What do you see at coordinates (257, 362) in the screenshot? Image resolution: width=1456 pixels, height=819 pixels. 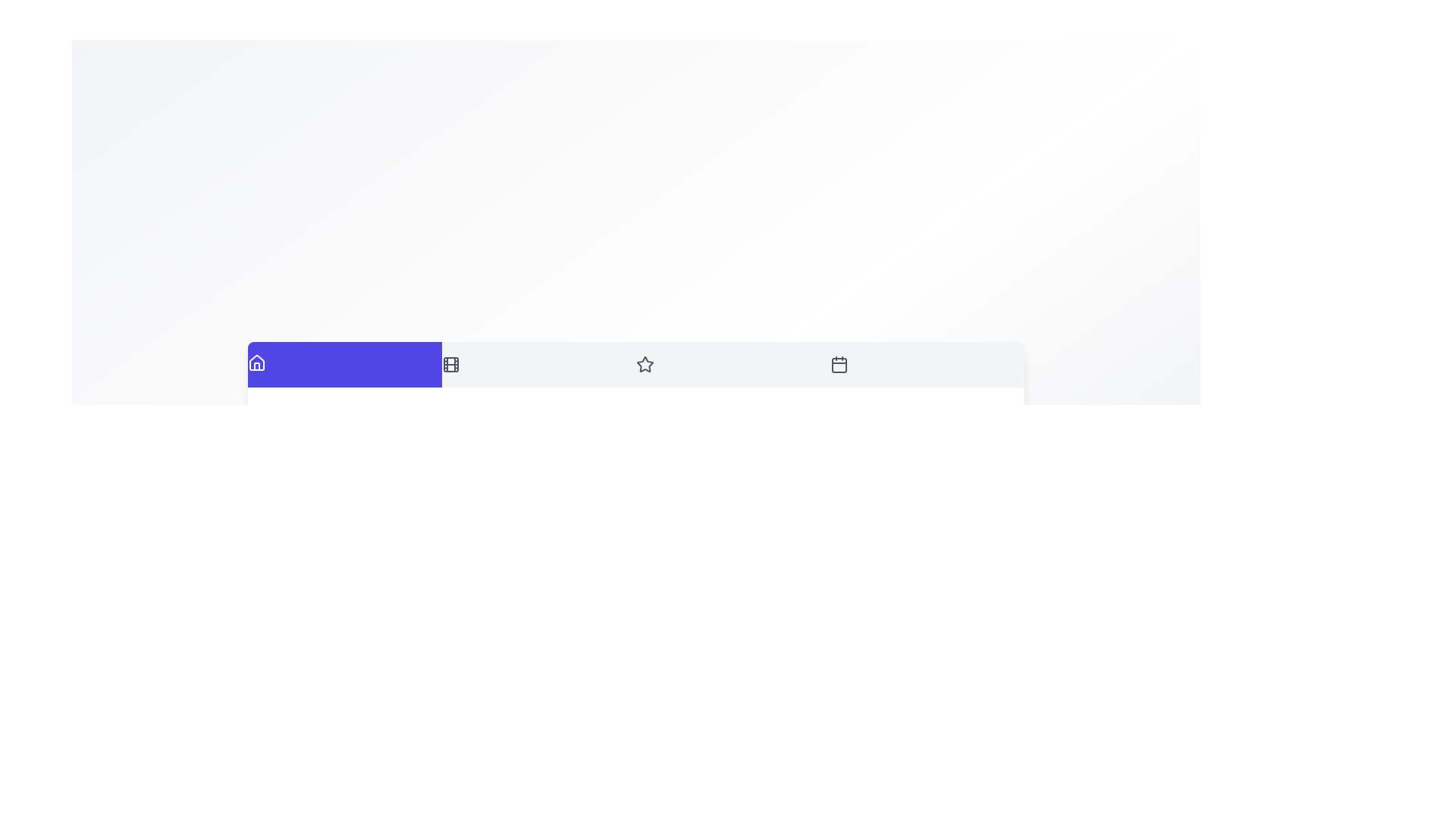 I see `the house icon in the leftmost segment of the horizontal navigation bar` at bounding box center [257, 362].